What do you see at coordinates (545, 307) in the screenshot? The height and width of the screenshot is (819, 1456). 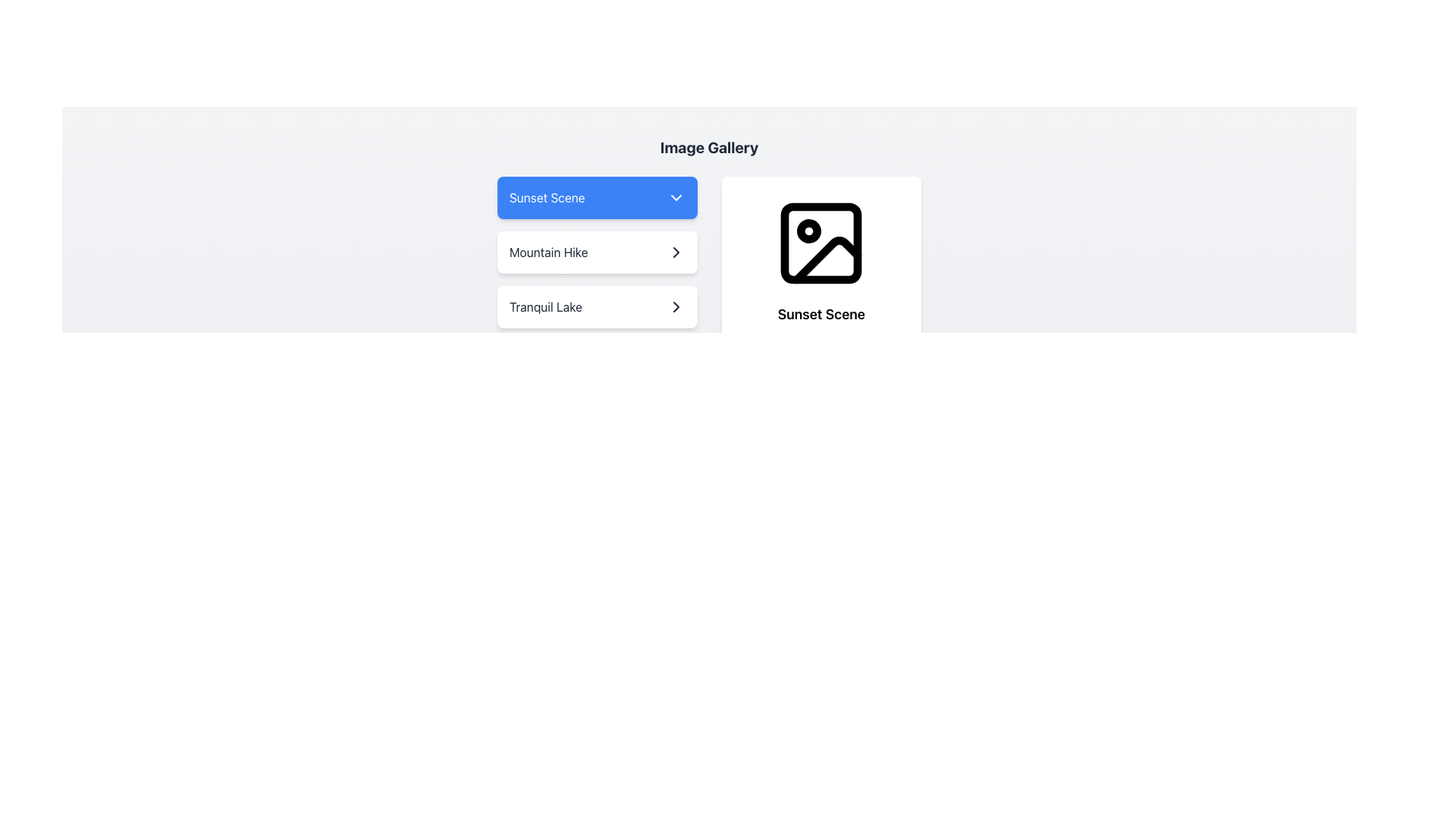 I see `the 'Tranquil Lake' menu option, which is the third option in the vertical list beneath the 'Image Gallery' title` at bounding box center [545, 307].